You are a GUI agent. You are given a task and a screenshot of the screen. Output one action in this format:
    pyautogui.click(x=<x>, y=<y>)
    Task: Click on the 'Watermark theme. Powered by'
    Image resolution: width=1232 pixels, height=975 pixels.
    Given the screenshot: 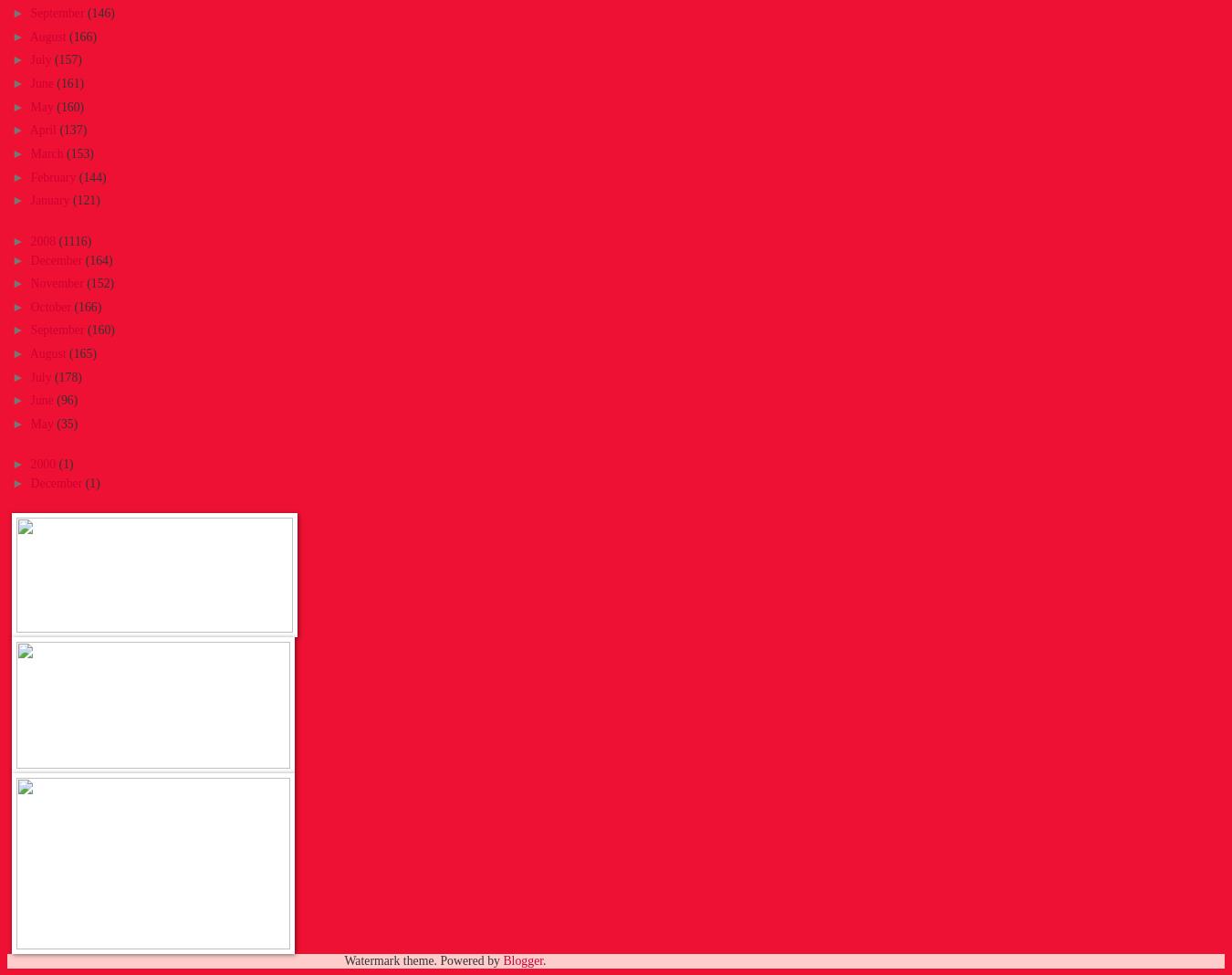 What is the action you would take?
    pyautogui.click(x=422, y=959)
    